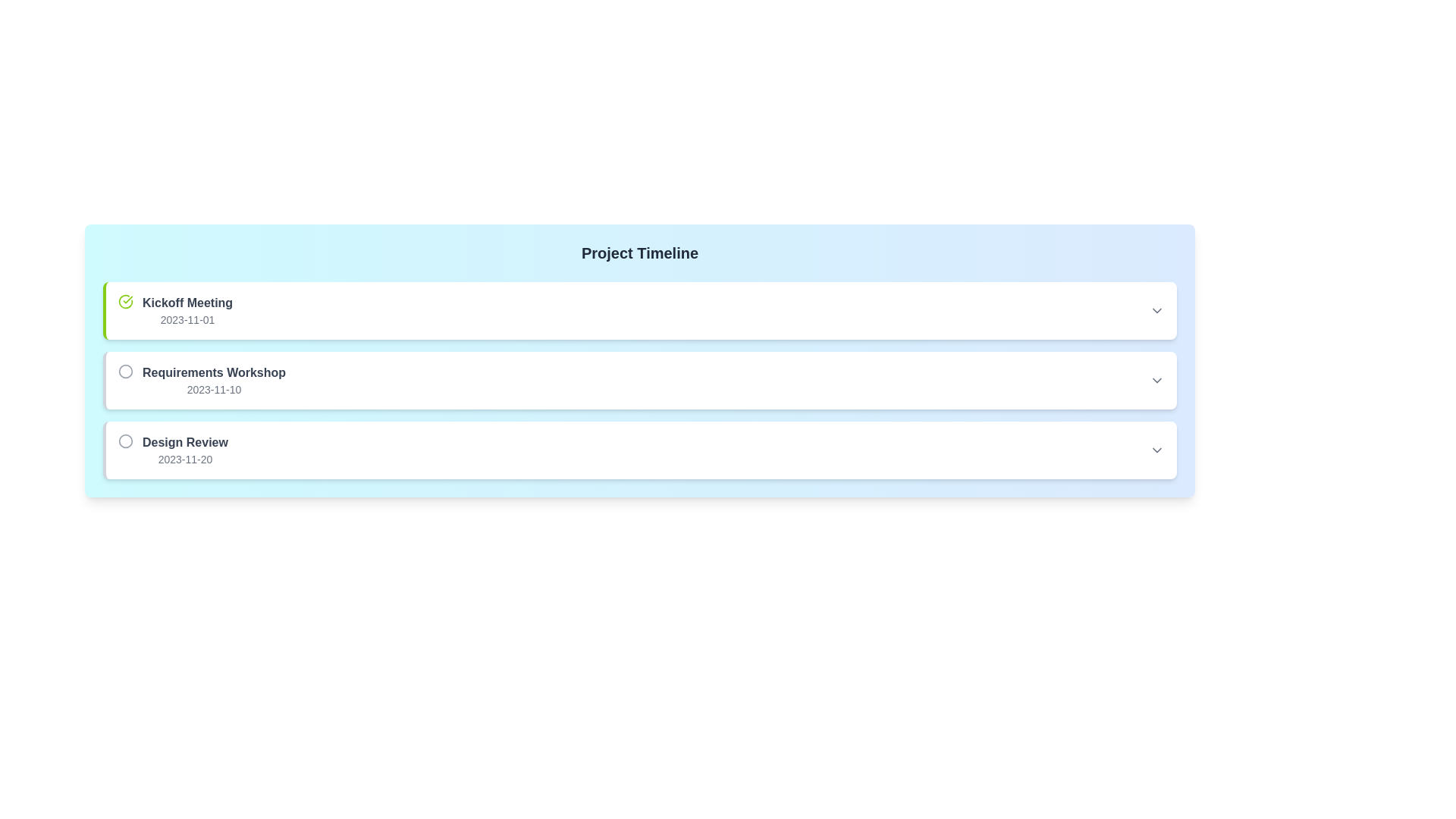 The width and height of the screenshot is (1456, 819). I want to click on text from the 'Requirements Workshop' event label, which includes the title in bold dark gray and the date in smaller light gray positioned in the second row of the event list, so click(213, 379).